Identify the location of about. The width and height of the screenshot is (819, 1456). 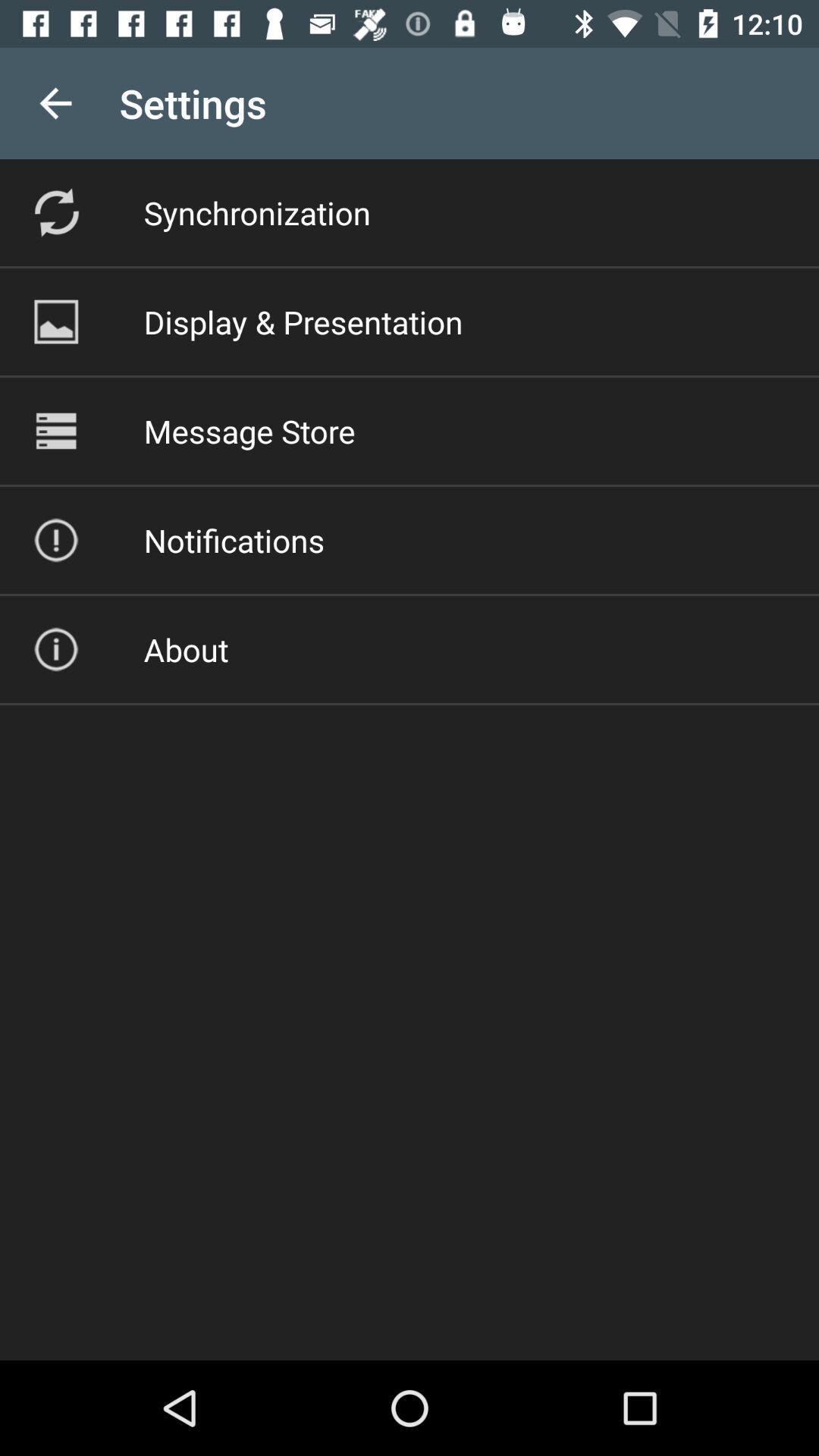
(185, 649).